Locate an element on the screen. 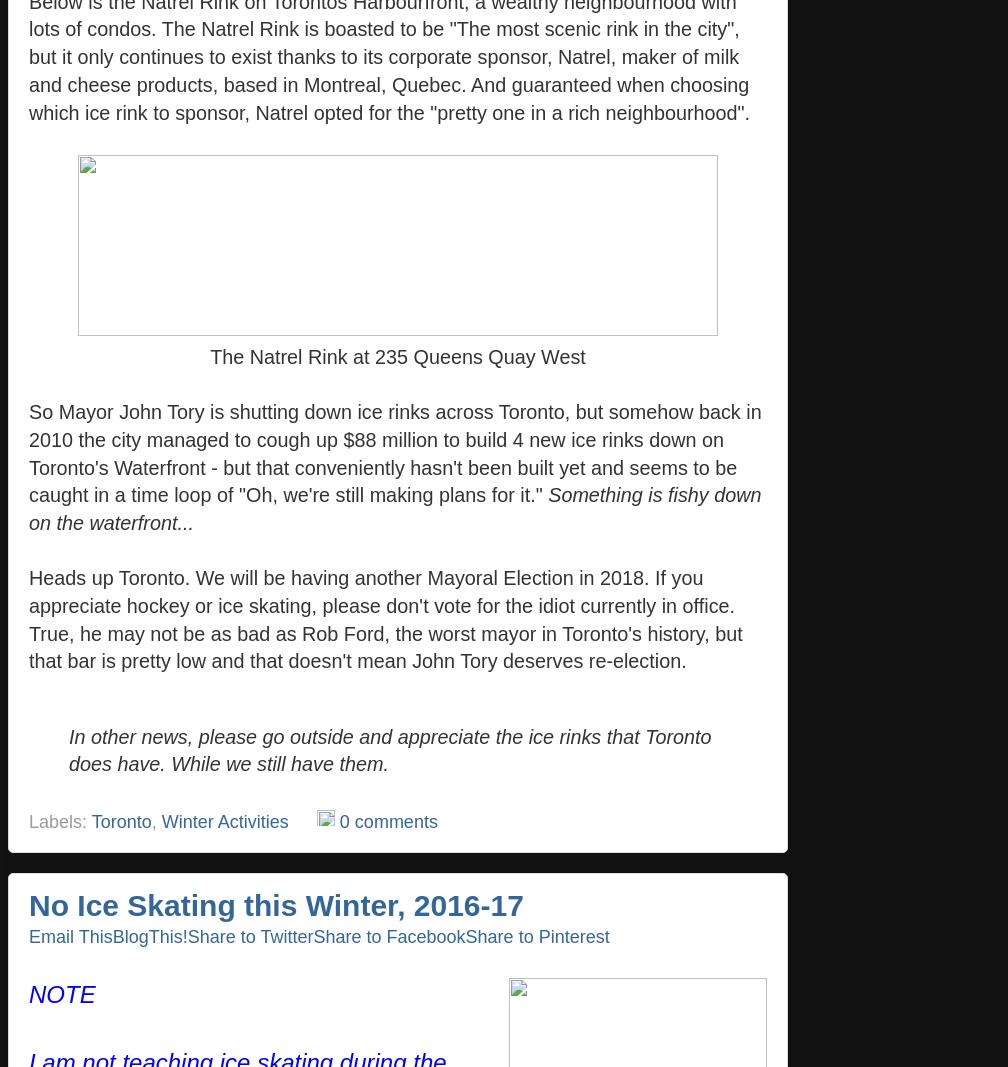 The height and width of the screenshot is (1067, 1008). 'Heads up Toronto. We will be having another Mayoral Election in 2018. If you appreciate hockey or ice skating, please don't vote for the idiot currently in office. True, he may not be as bad as Rob Ford, the worst mayor in Toronto's history, but that bar is pretty low and that doesn't mean John Tory deserves re-election.' is located at coordinates (29, 619).